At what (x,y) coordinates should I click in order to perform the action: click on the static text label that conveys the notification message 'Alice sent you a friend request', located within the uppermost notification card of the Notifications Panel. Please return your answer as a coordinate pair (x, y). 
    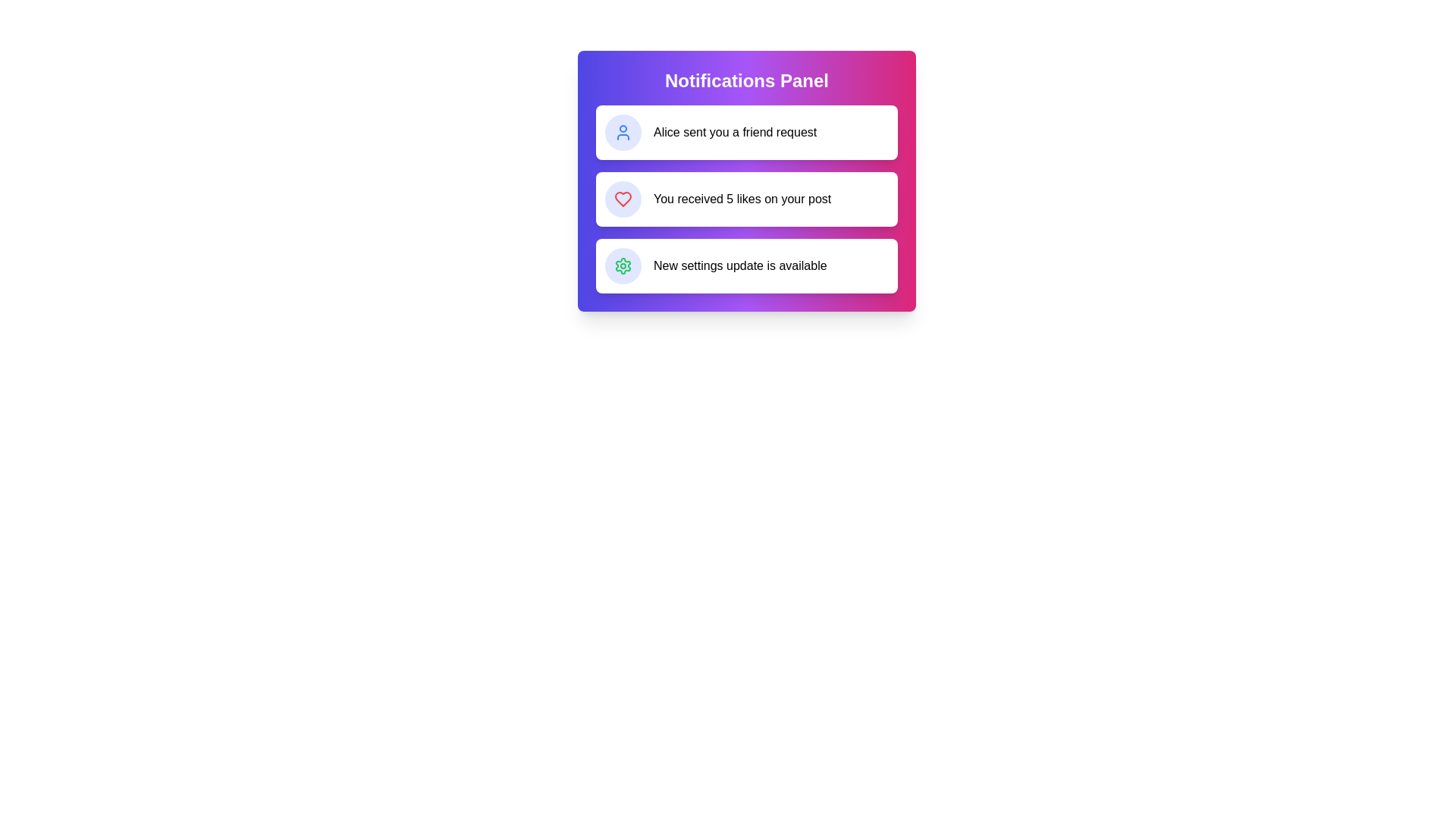
    Looking at the image, I should click on (735, 131).